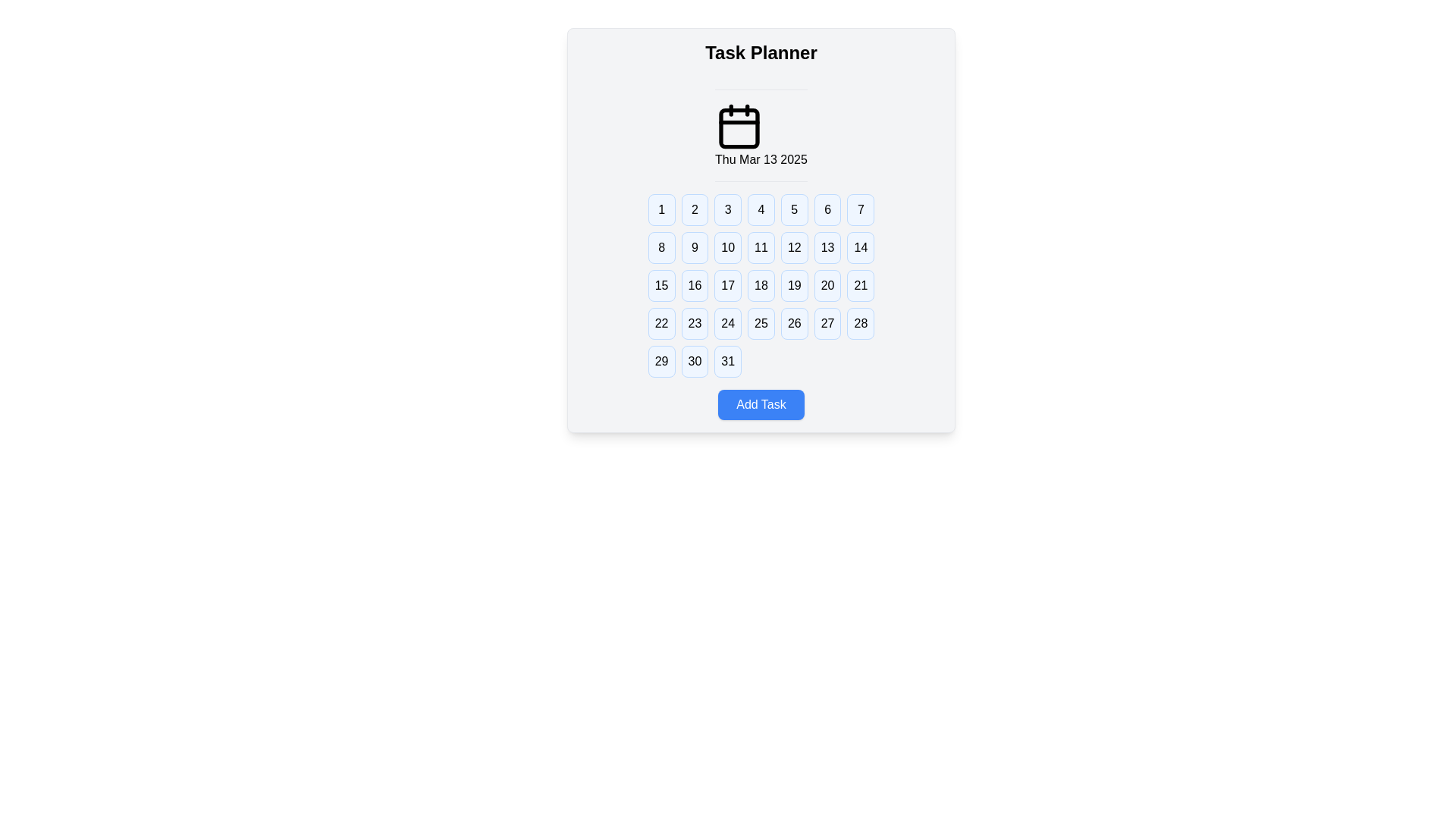 Image resolution: width=1456 pixels, height=819 pixels. What do you see at coordinates (728, 210) in the screenshot?
I see `the calendar date button representing day '3', located in the second column of the first row of a 7-column grid layout below the date display` at bounding box center [728, 210].